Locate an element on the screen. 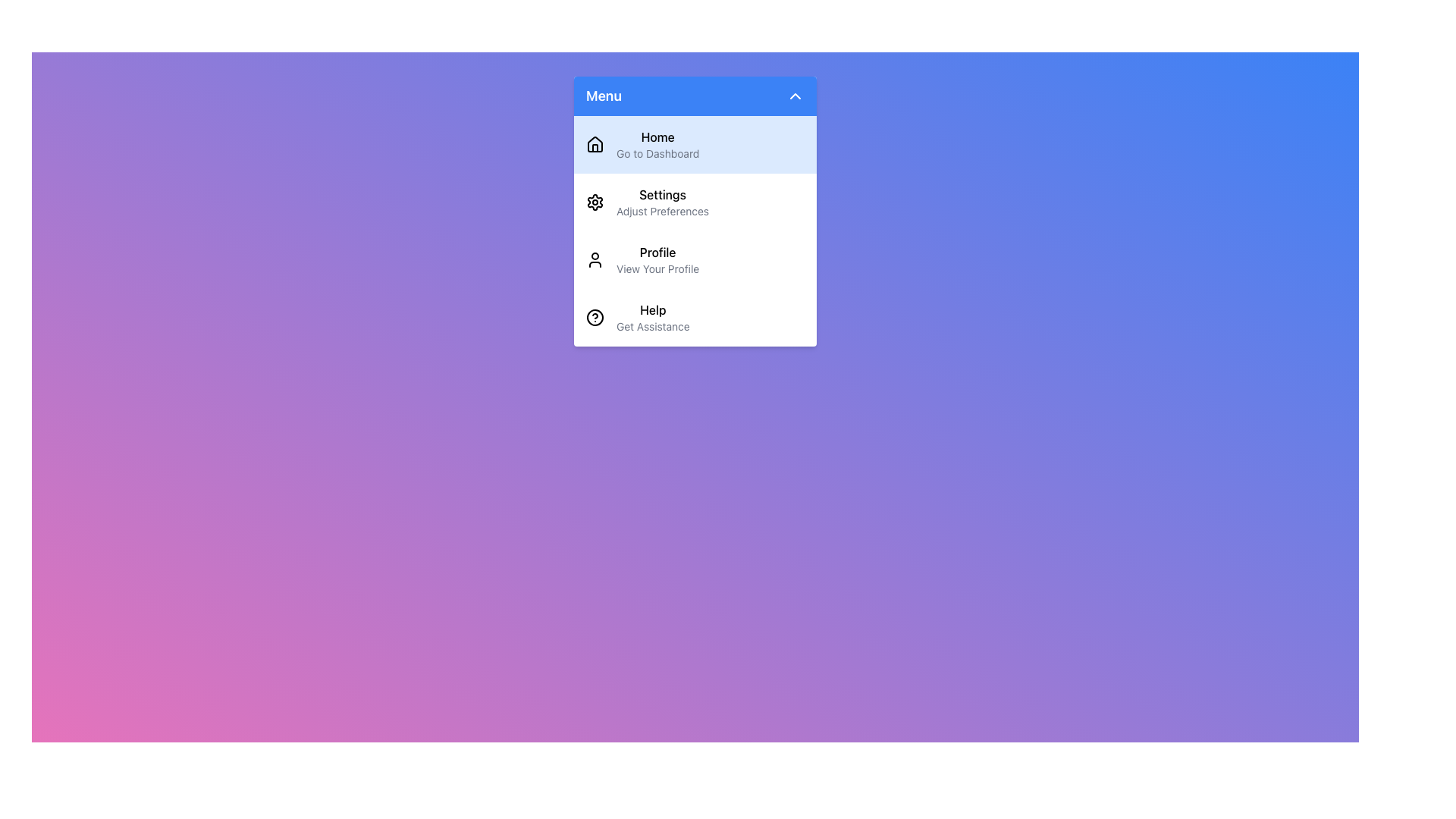 This screenshot has height=819, width=1456. the chevron-shaped icon with a white outline on a blue background located to the right of the 'Menu' header is located at coordinates (795, 96).